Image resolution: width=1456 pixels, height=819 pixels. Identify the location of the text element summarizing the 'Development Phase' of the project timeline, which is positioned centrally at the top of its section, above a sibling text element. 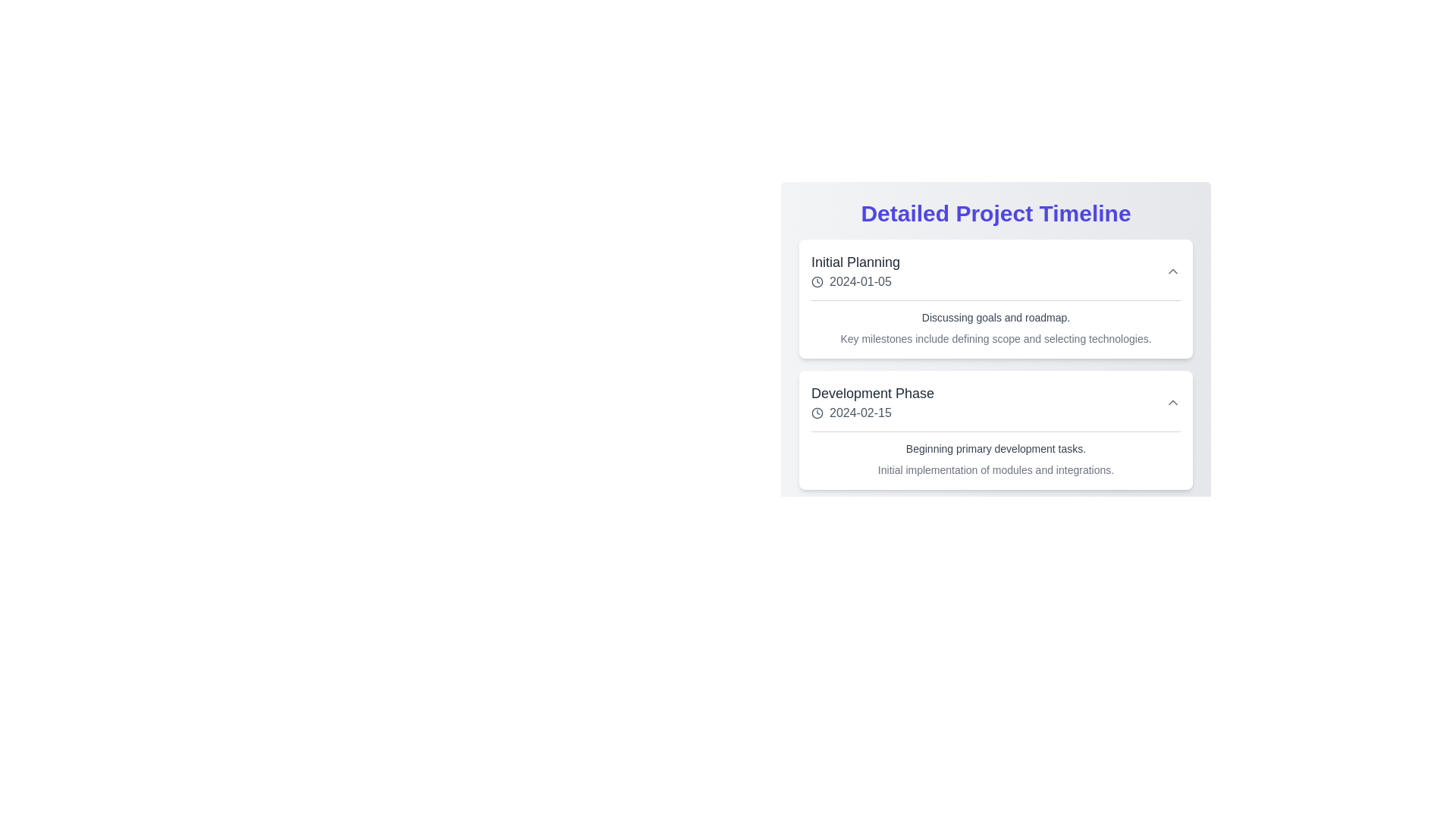
(996, 447).